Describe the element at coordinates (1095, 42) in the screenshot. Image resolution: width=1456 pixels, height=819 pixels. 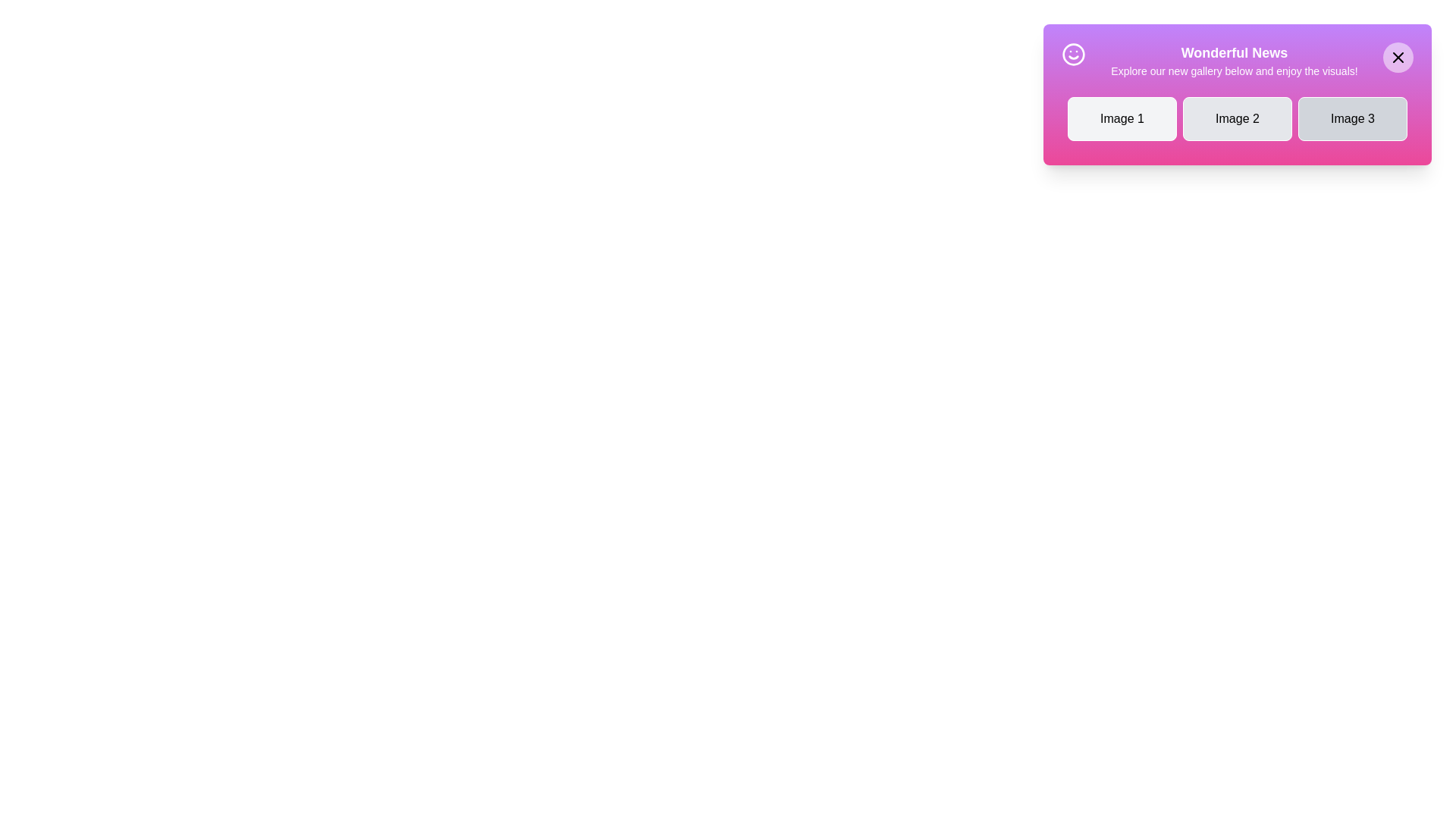
I see `the text in the snackbar by selecting it` at that location.